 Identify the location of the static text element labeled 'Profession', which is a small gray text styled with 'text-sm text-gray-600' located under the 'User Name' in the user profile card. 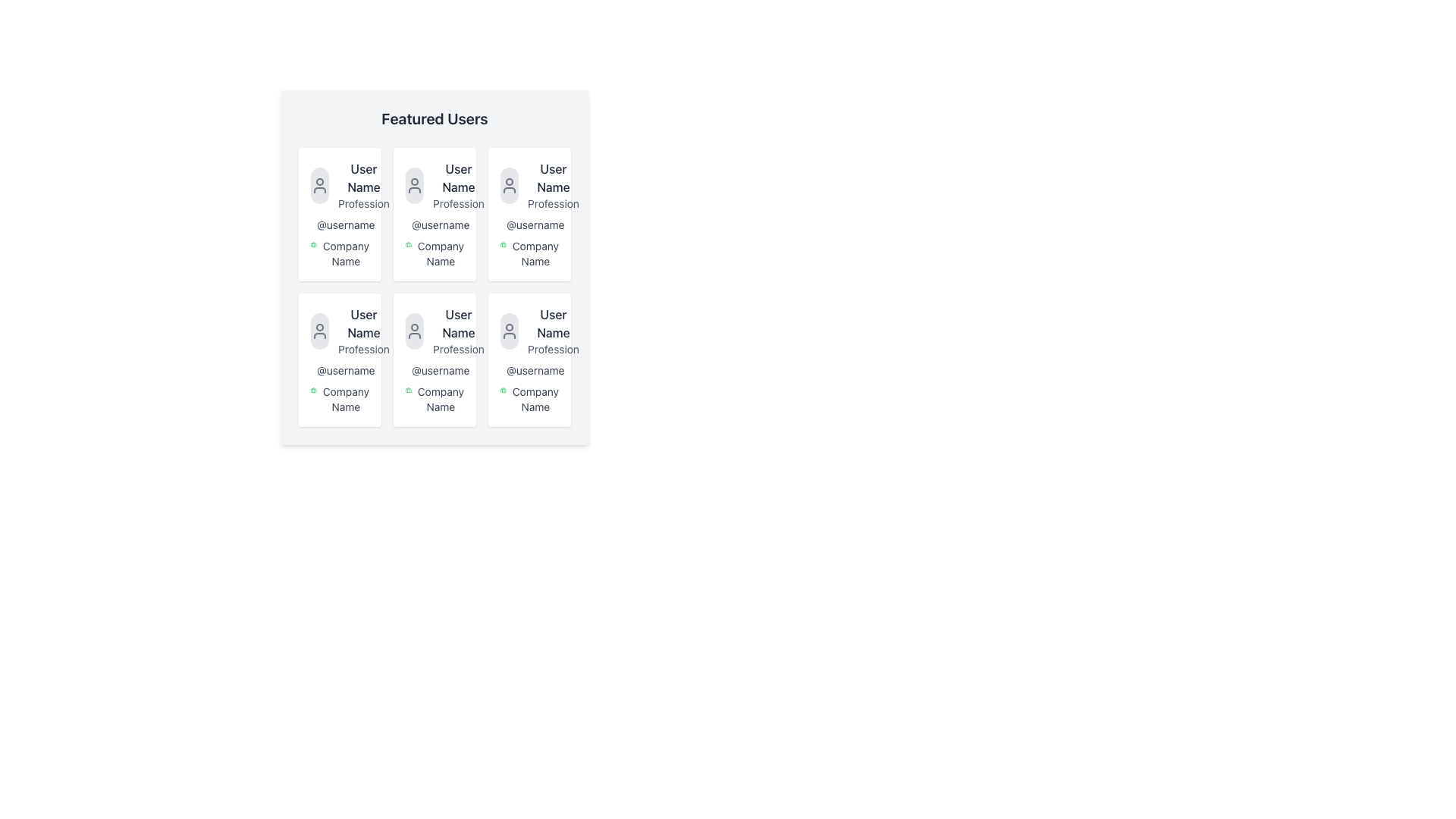
(457, 203).